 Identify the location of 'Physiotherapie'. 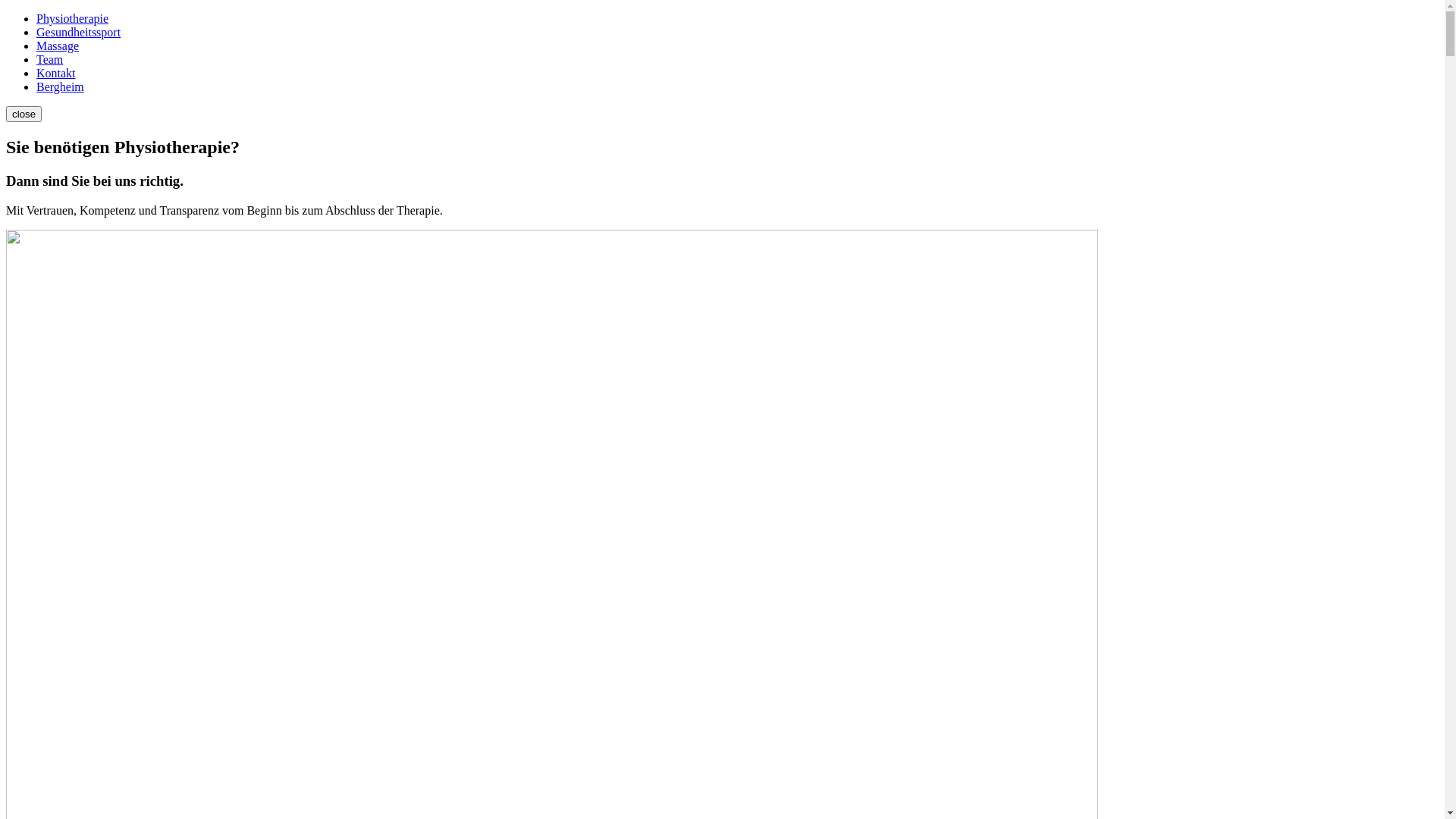
(36, 18).